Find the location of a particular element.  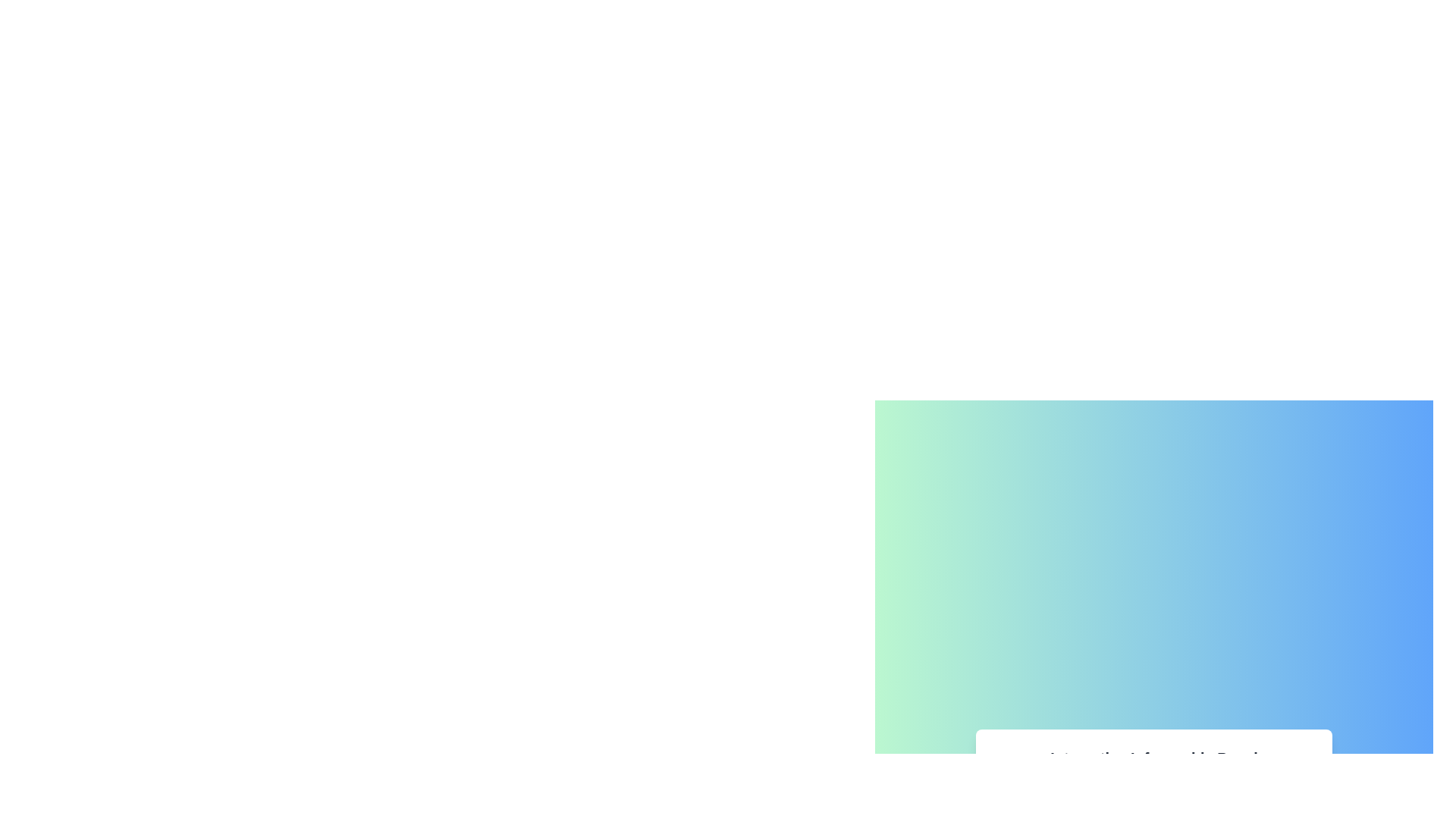

the Circle (Vector Graphics Component) which serves a decorative or informational purpose in the SVG graphic positioned at the bottom-right of the viewport is located at coordinates (1221, 789).